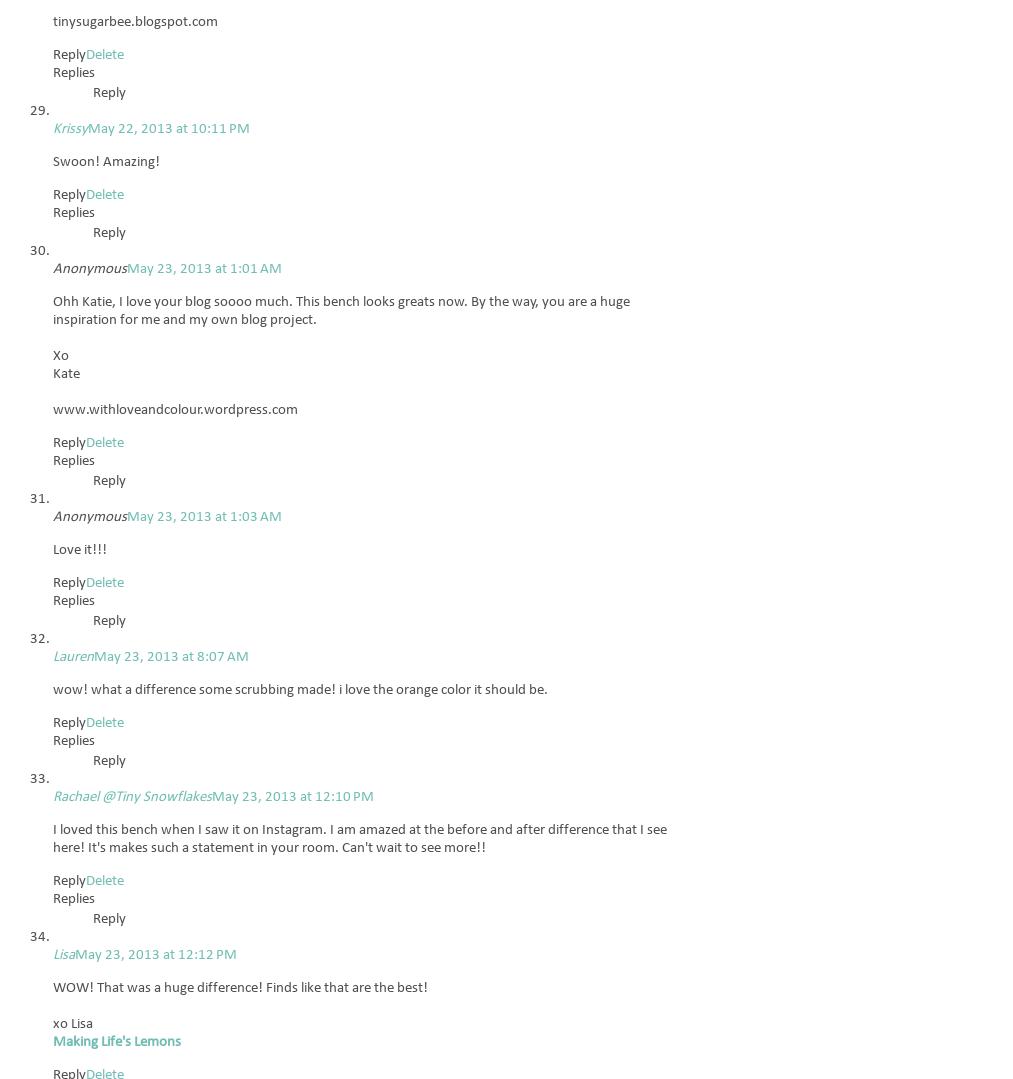 Image resolution: width=1013 pixels, height=1079 pixels. What do you see at coordinates (156, 954) in the screenshot?
I see `'May 23, 2013 at 12:12 PM'` at bounding box center [156, 954].